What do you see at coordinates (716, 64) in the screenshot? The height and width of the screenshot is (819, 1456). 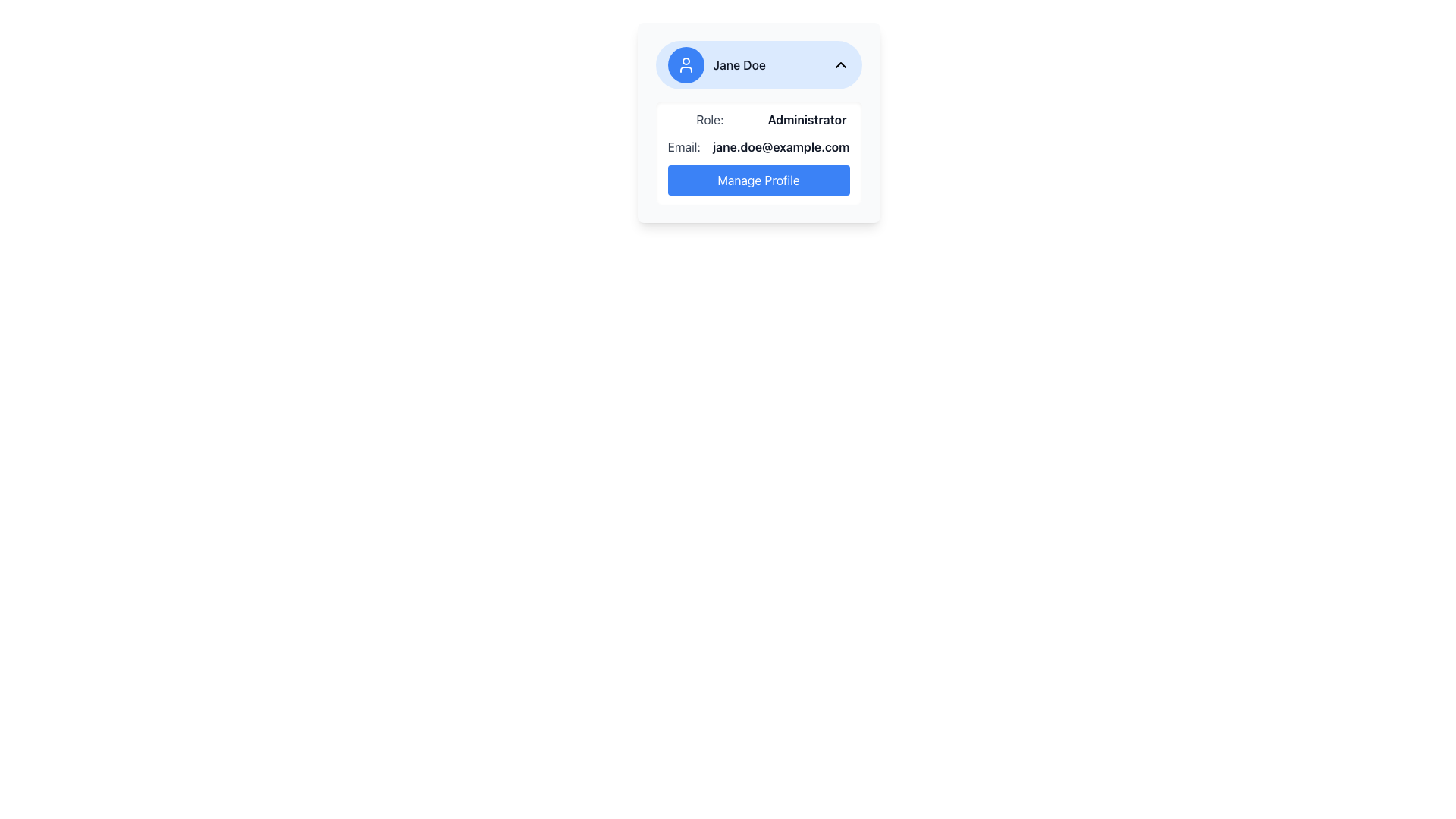 I see `the text label 'Jane Doe' which is aligned to the right of a circular blue user icon, styled in bold and dark gray, within a light blue background` at bounding box center [716, 64].